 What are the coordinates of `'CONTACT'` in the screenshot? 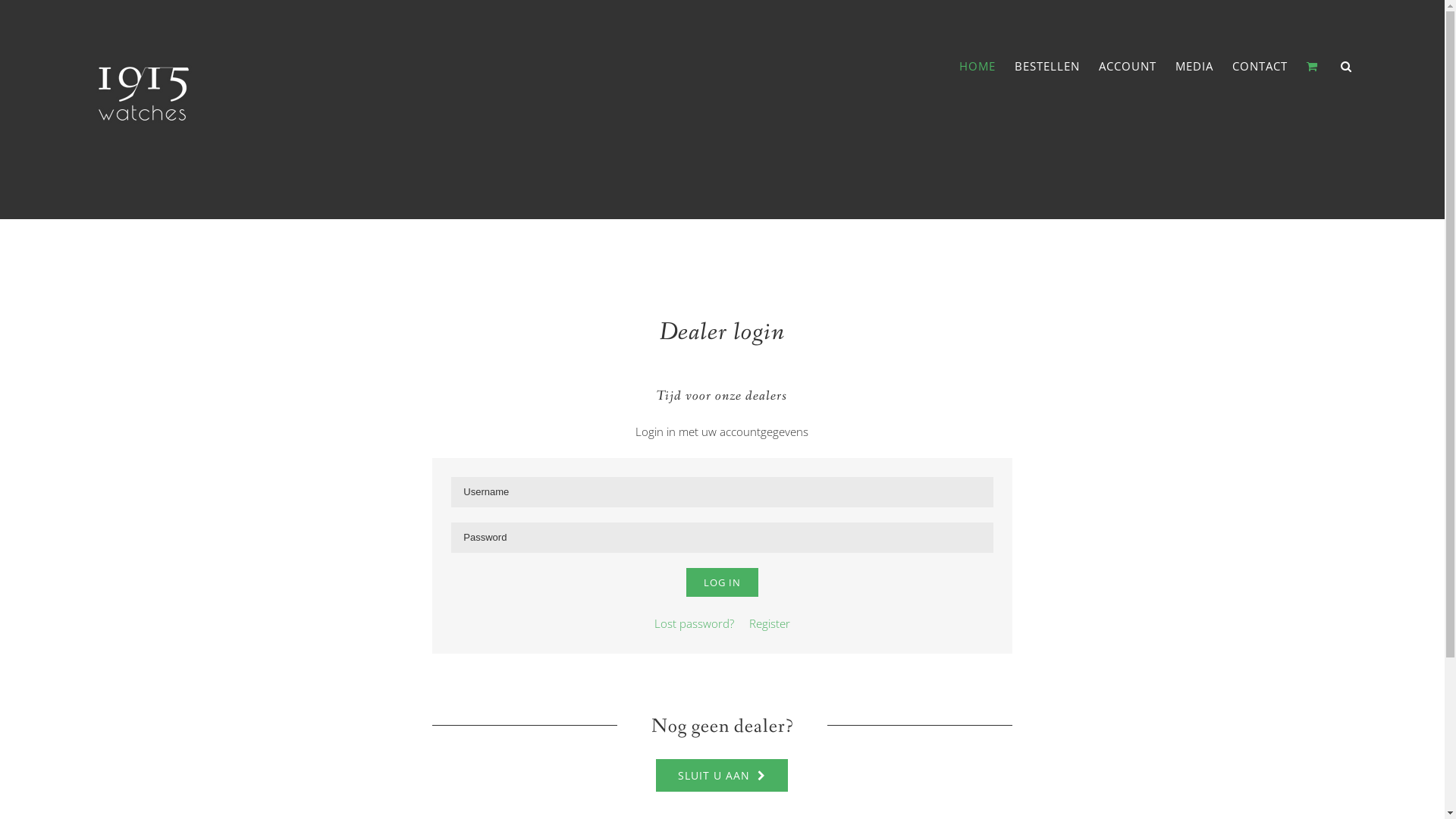 It's located at (1260, 65).